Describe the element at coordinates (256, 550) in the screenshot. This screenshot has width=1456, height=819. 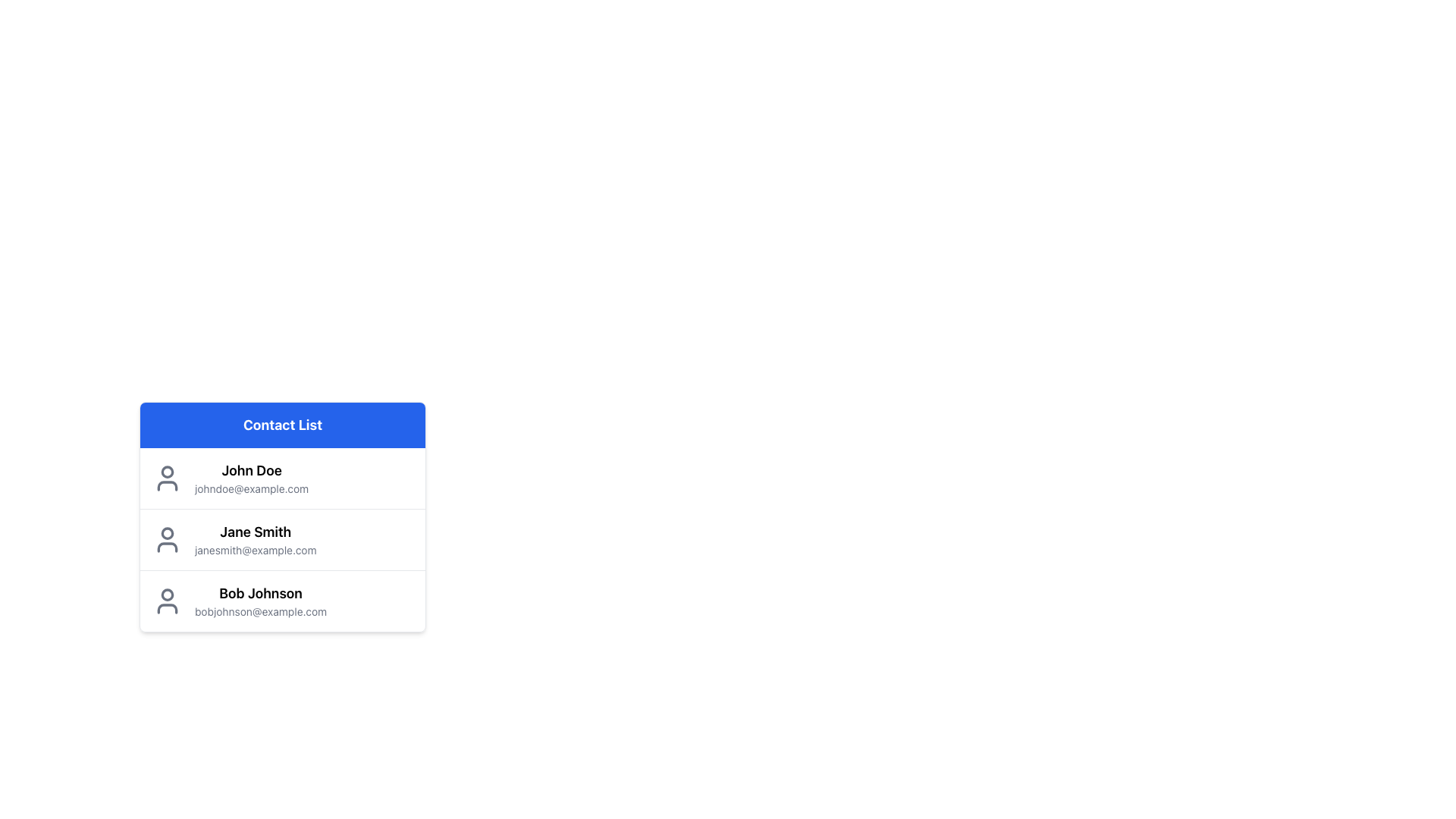
I see `the text displaying the email address associated with the contact named 'Jane Smith', positioned below the contact name and next to the avatar icon` at that location.